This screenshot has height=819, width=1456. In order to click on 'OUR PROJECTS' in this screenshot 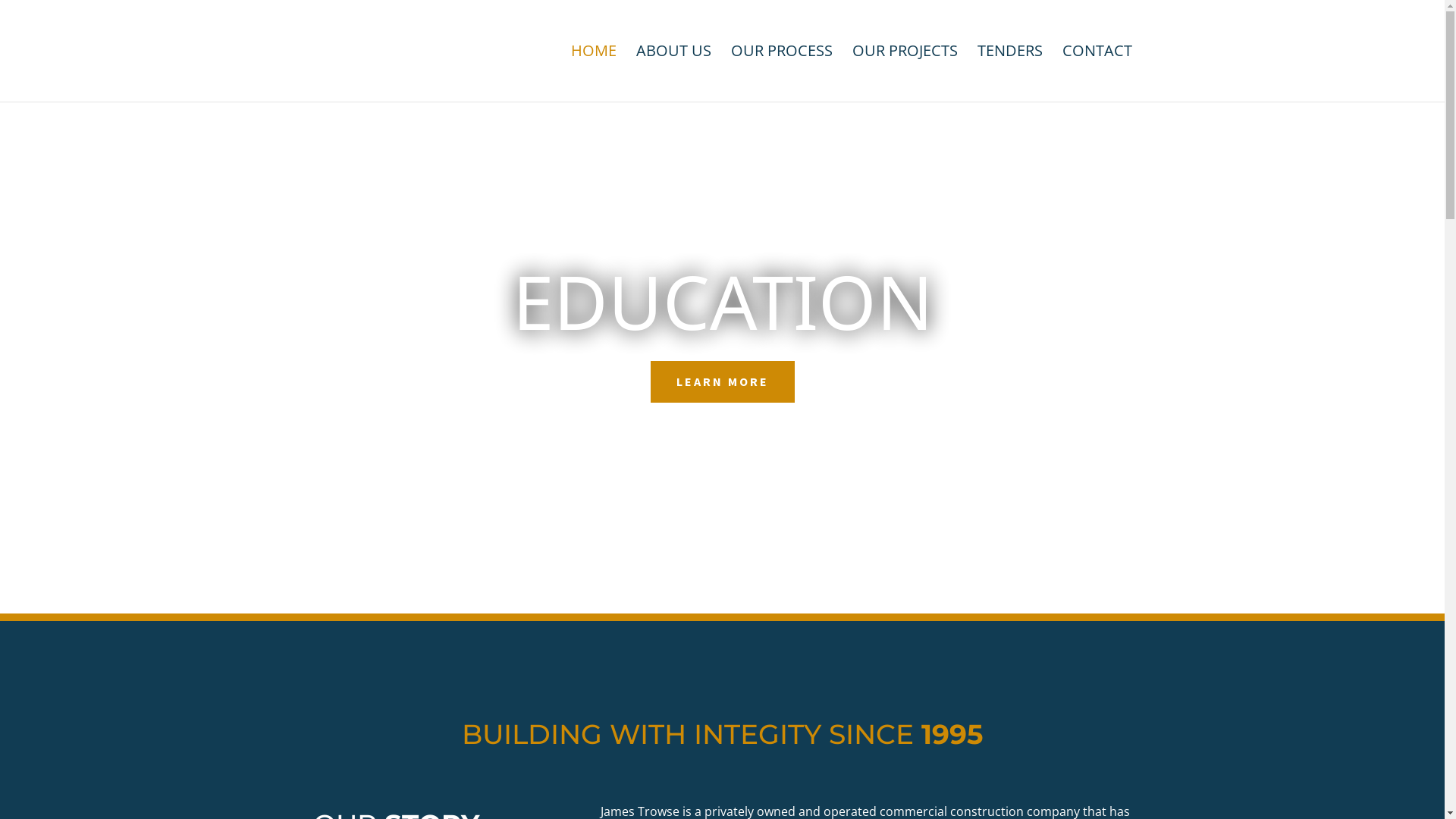, I will do `click(852, 73)`.